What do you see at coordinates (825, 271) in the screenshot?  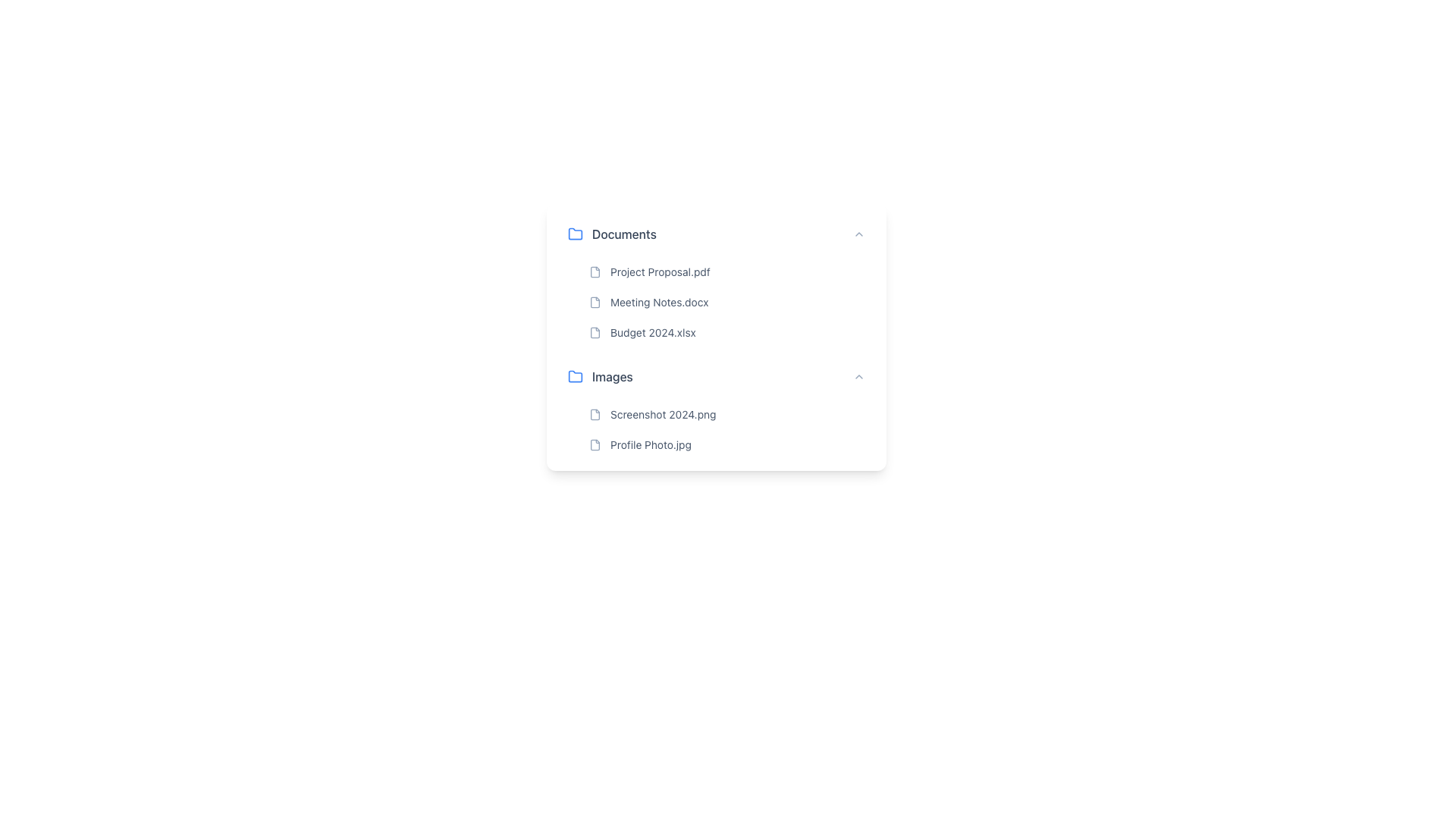 I see `the SVG Circle element that is part of the clock icon, located adjacent to the filename 'Meeting Notes.docx' in the 'Documents' section` at bounding box center [825, 271].